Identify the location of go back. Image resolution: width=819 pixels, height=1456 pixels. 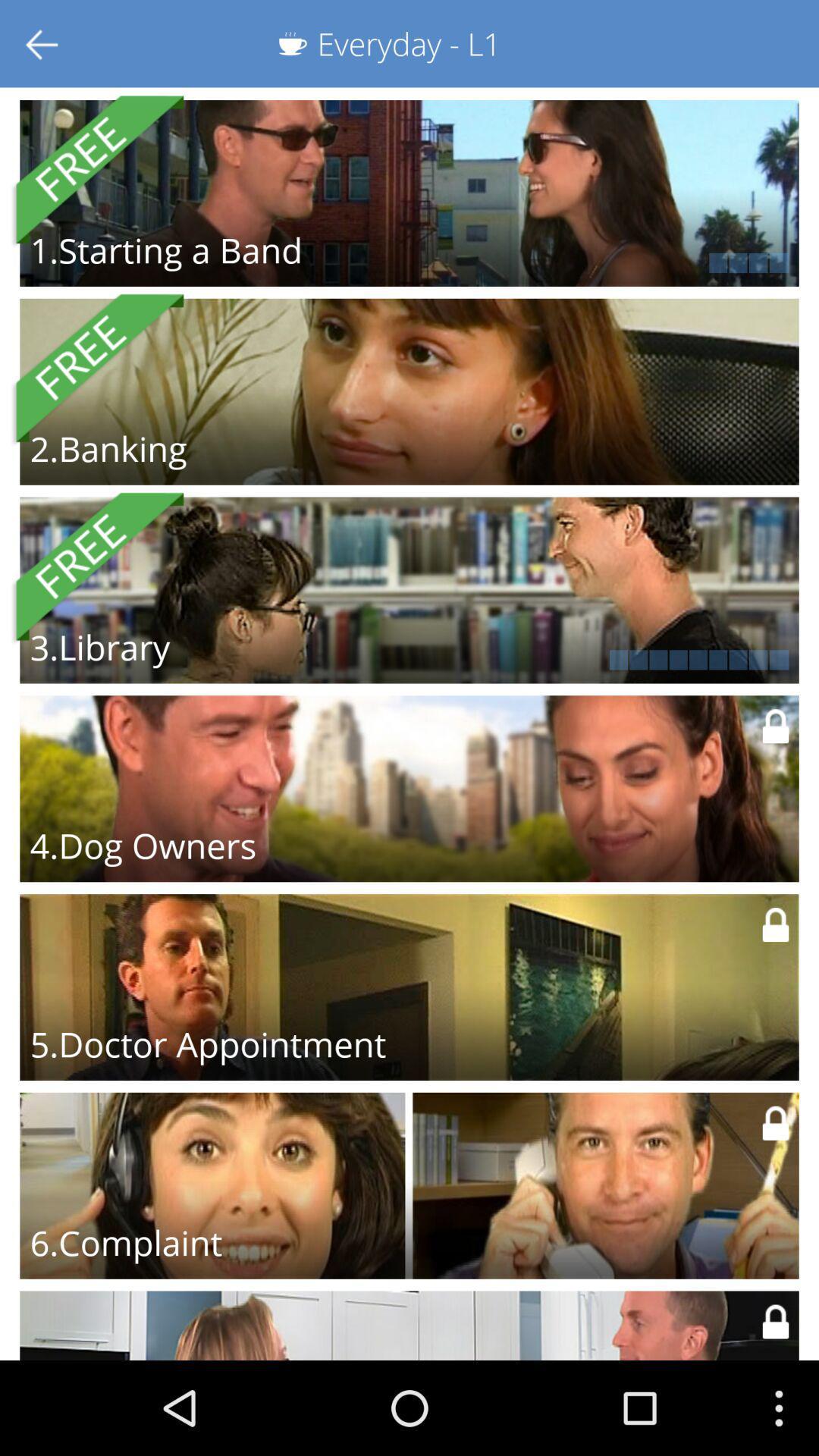
(42, 43).